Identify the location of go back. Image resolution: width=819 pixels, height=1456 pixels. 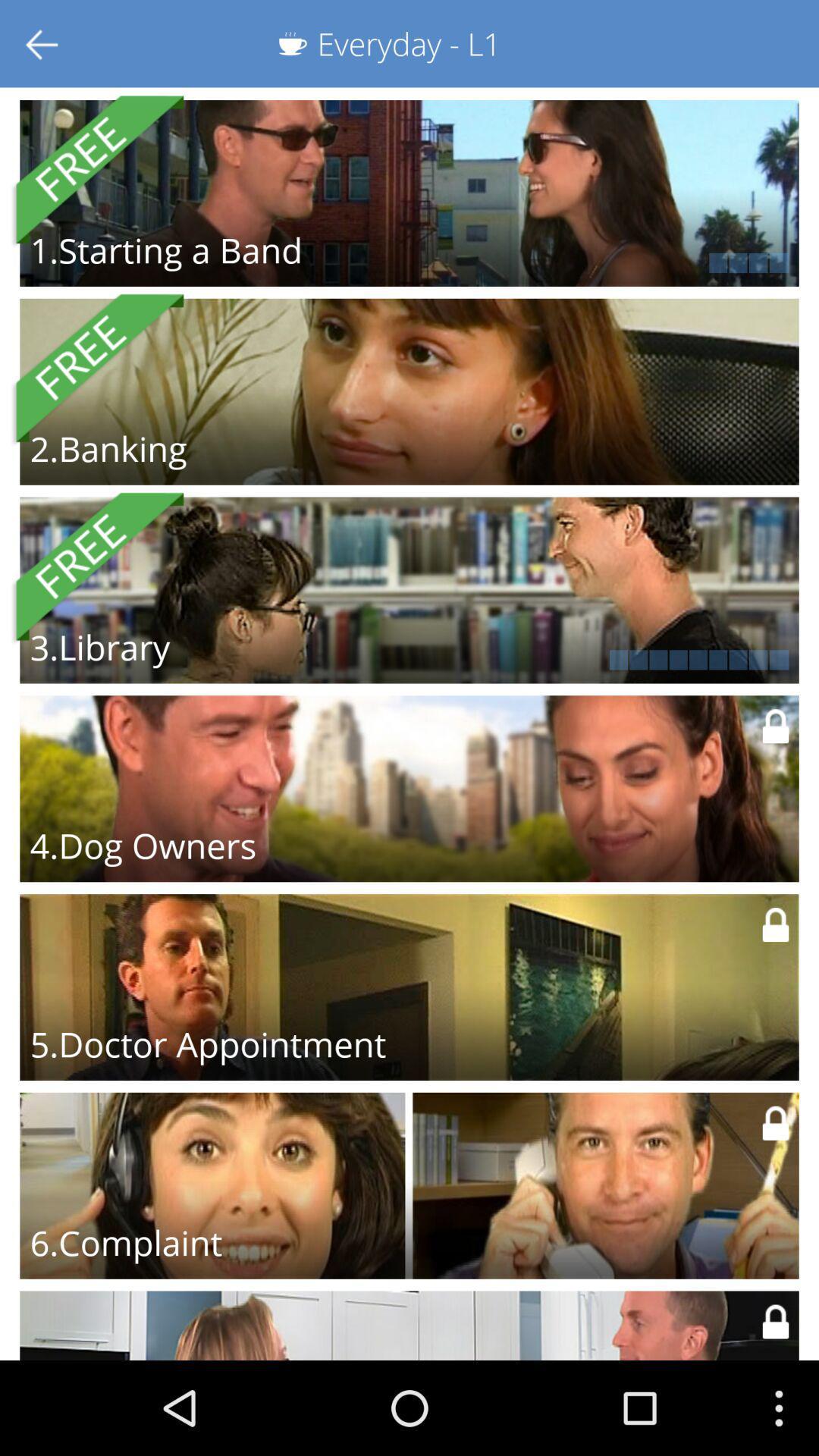
(42, 43).